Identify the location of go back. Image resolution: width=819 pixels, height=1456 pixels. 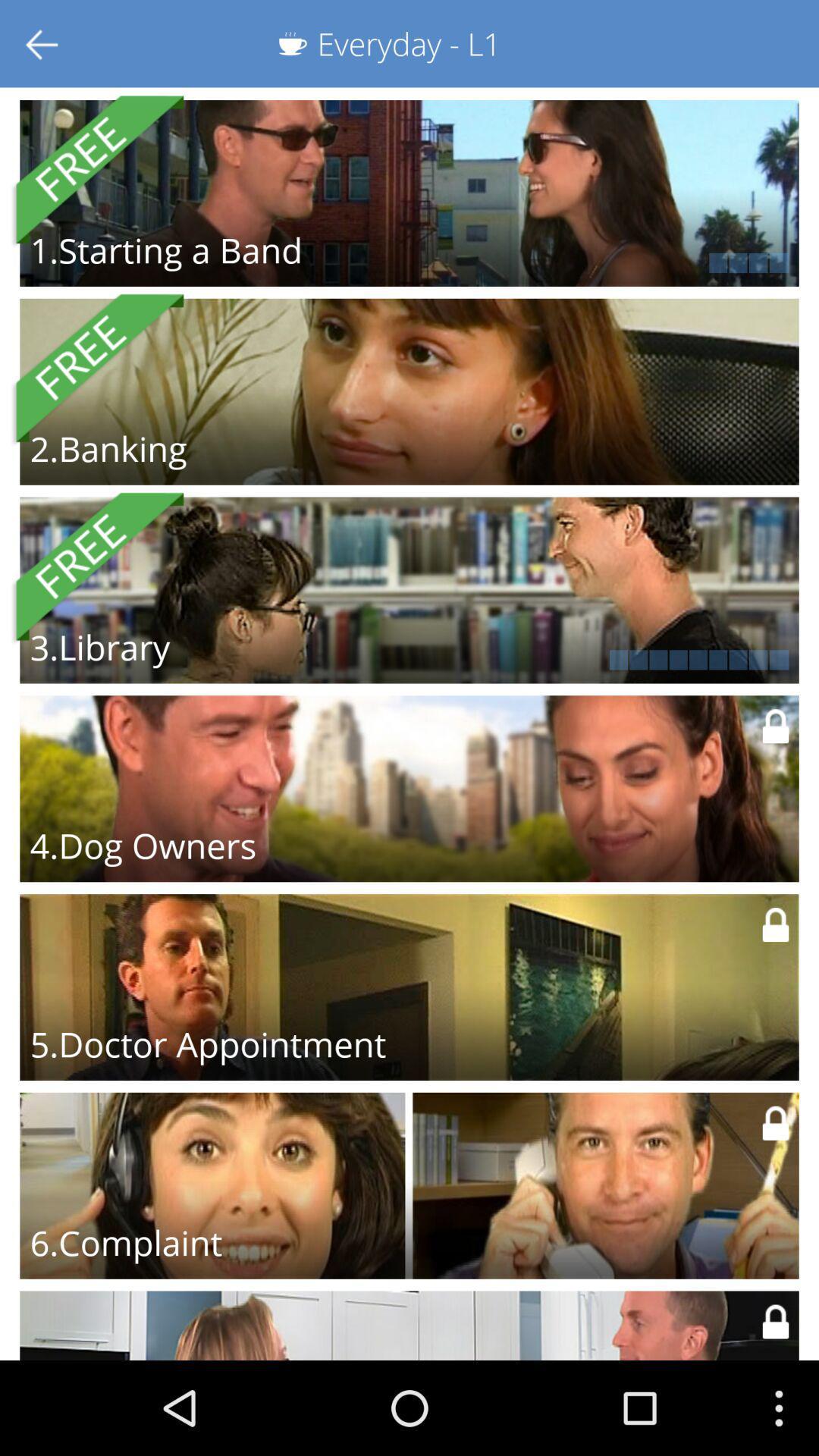
(42, 43).